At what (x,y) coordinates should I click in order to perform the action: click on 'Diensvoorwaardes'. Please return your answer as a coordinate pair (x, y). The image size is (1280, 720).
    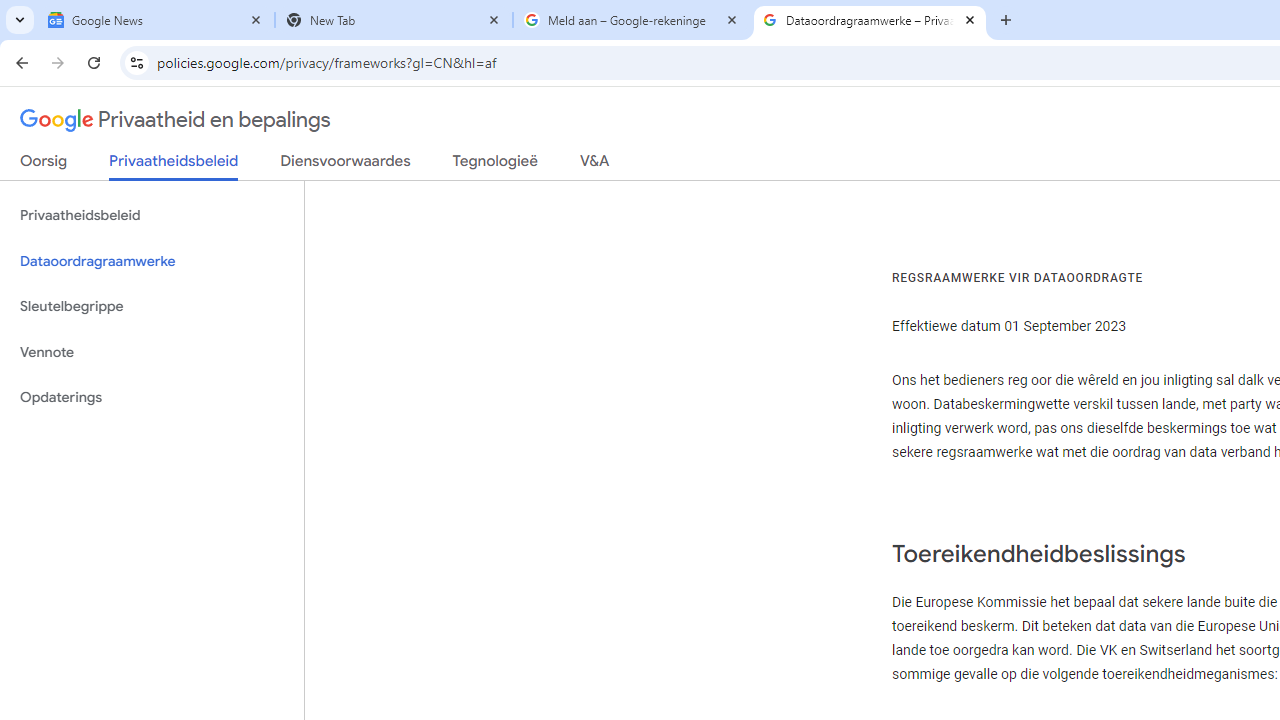
    Looking at the image, I should click on (345, 164).